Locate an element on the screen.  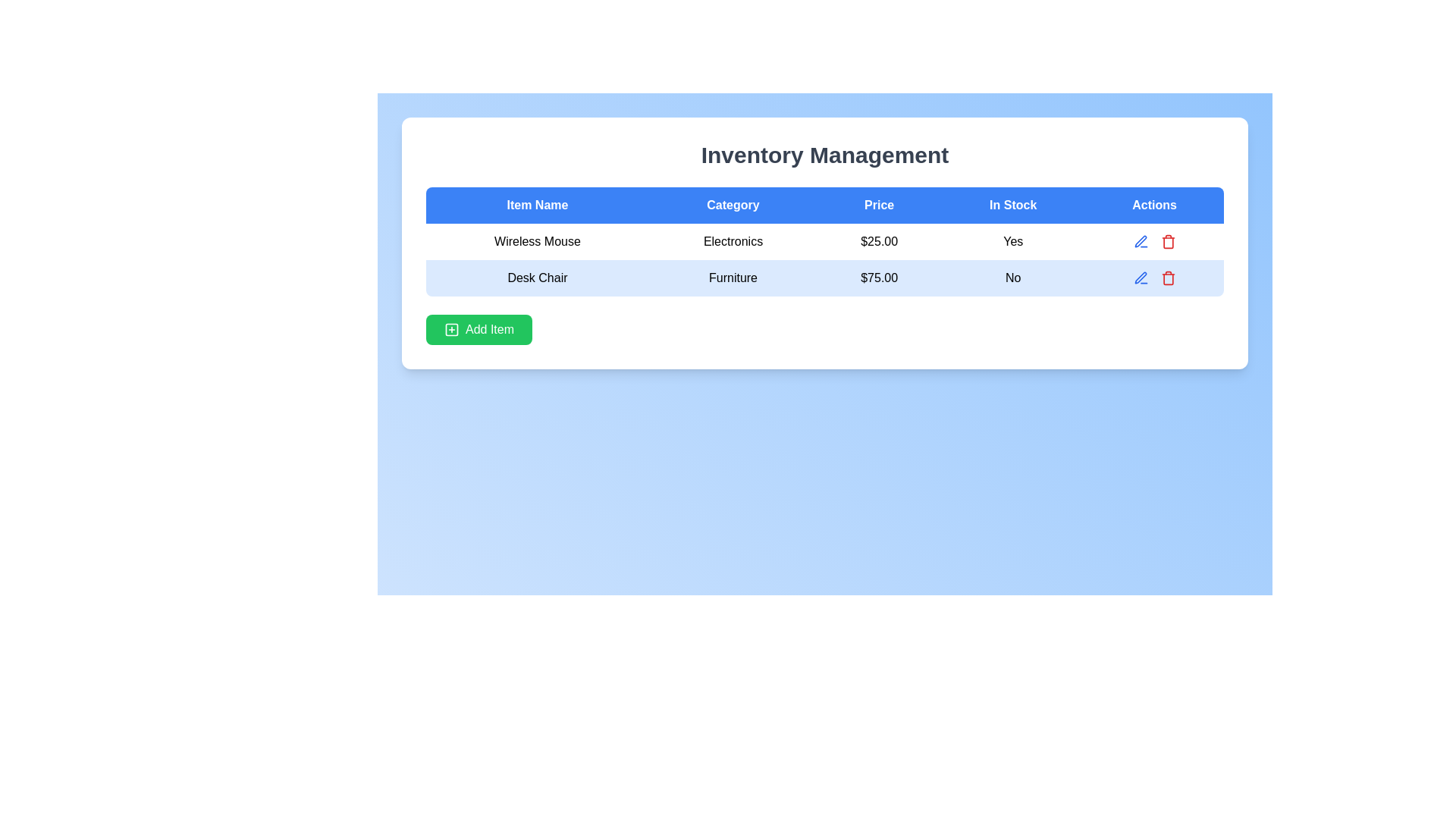
the table cell displaying the inventory item name located in the second row's first column, which is positioned under the 'Item Name' header, to use it as part of an adjacent interaction is located at coordinates (537, 278).